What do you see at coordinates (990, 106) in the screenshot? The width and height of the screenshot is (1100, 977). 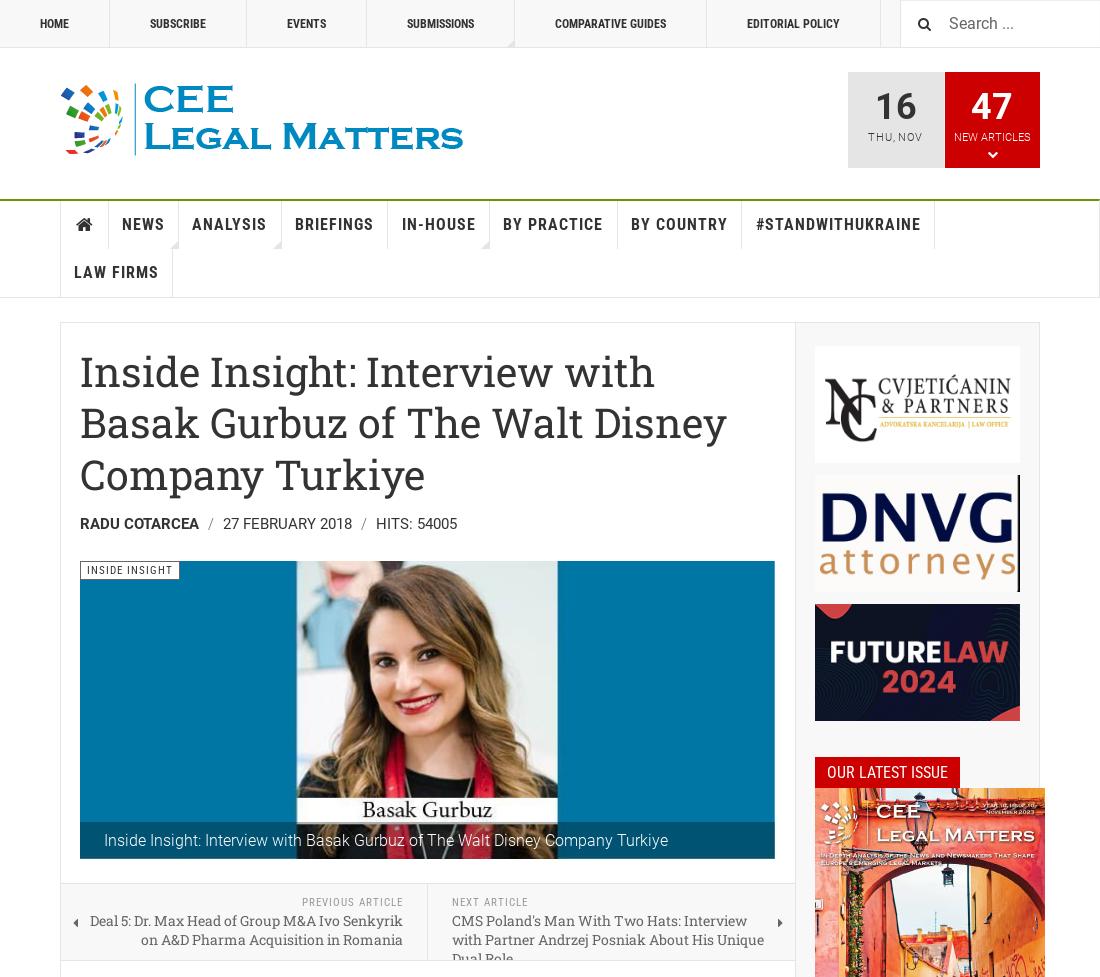 I see `'47'` at bounding box center [990, 106].